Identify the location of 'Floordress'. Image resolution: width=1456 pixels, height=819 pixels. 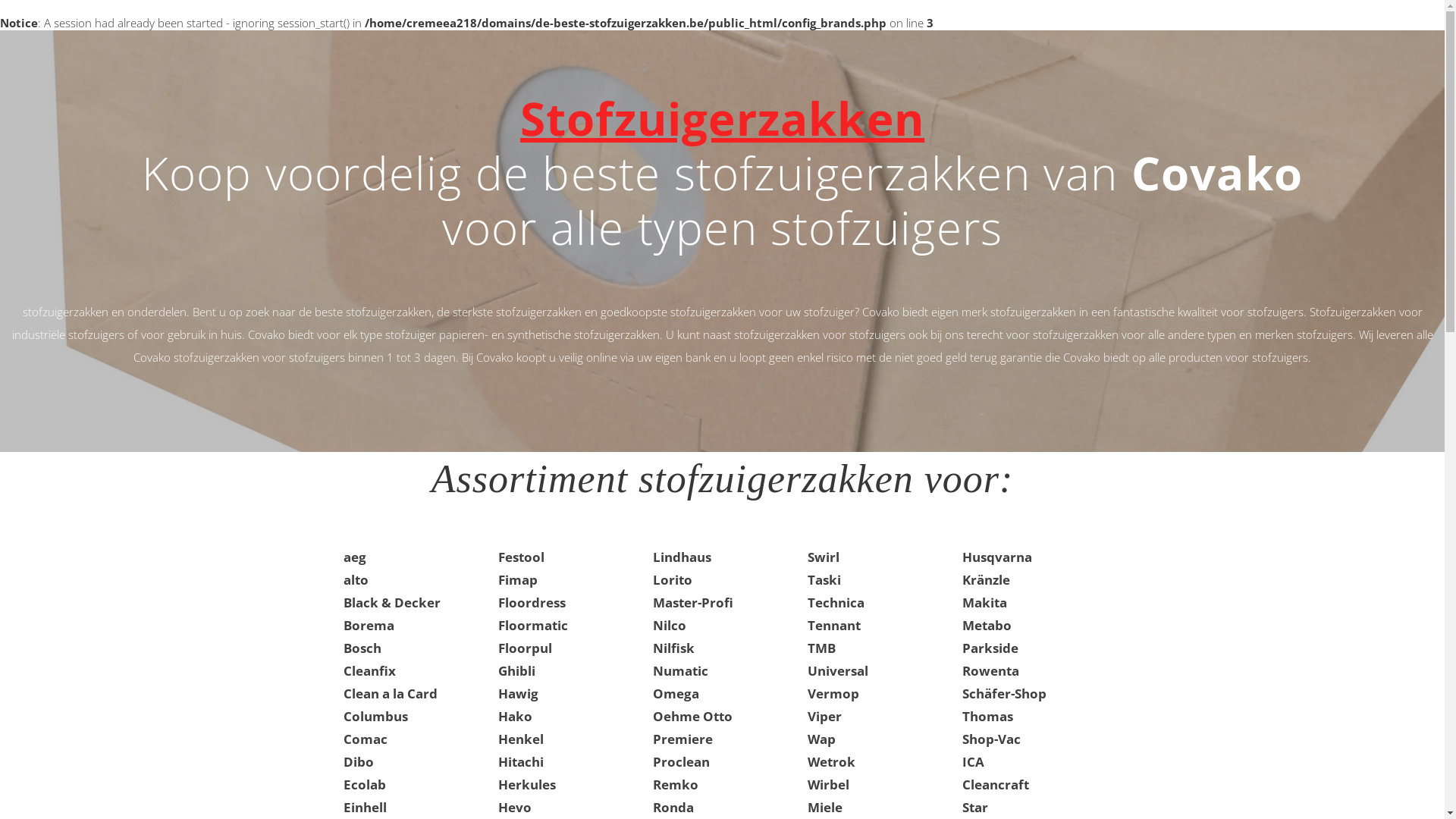
(531, 601).